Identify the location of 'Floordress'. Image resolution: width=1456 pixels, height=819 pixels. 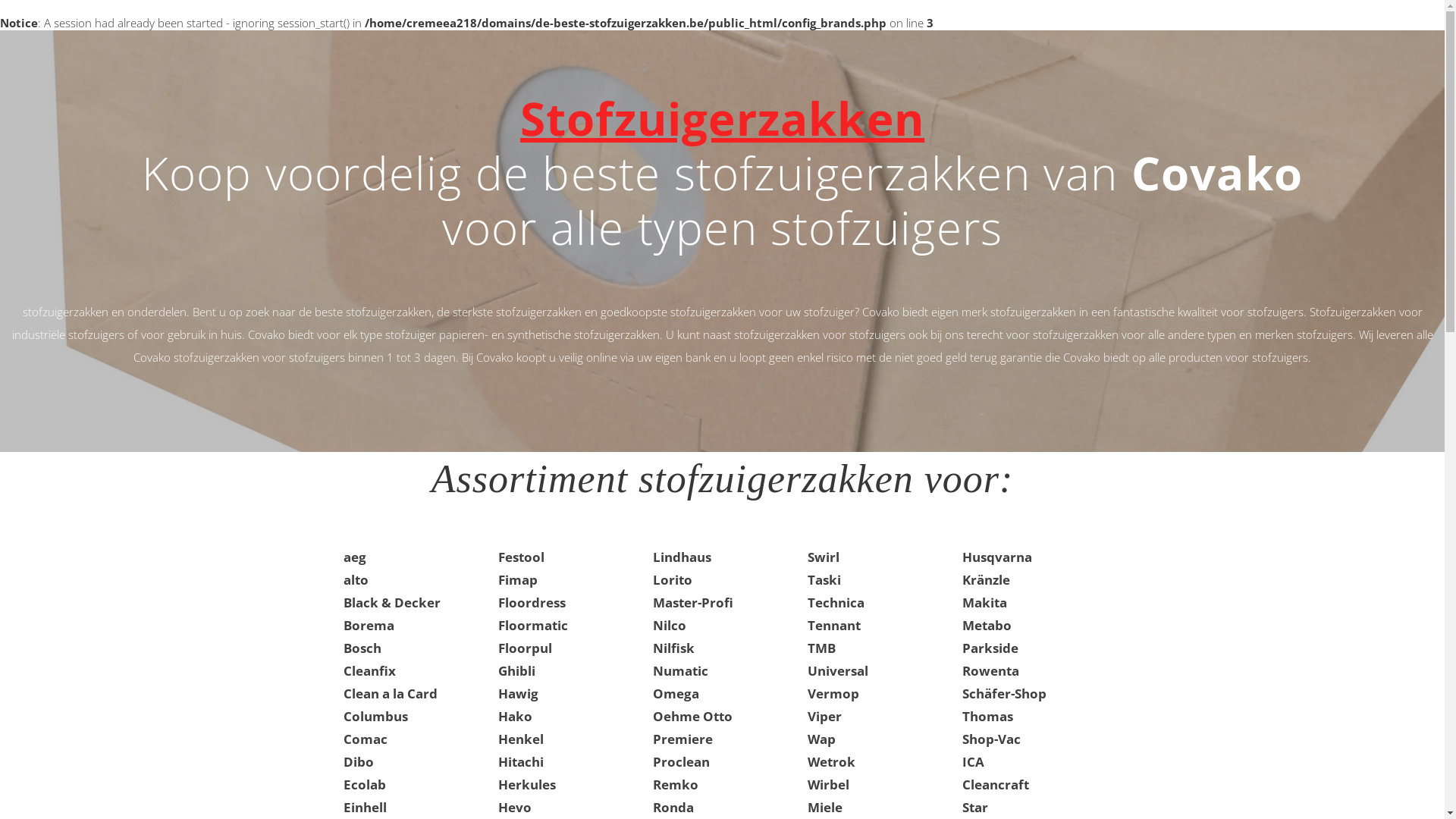
(531, 601).